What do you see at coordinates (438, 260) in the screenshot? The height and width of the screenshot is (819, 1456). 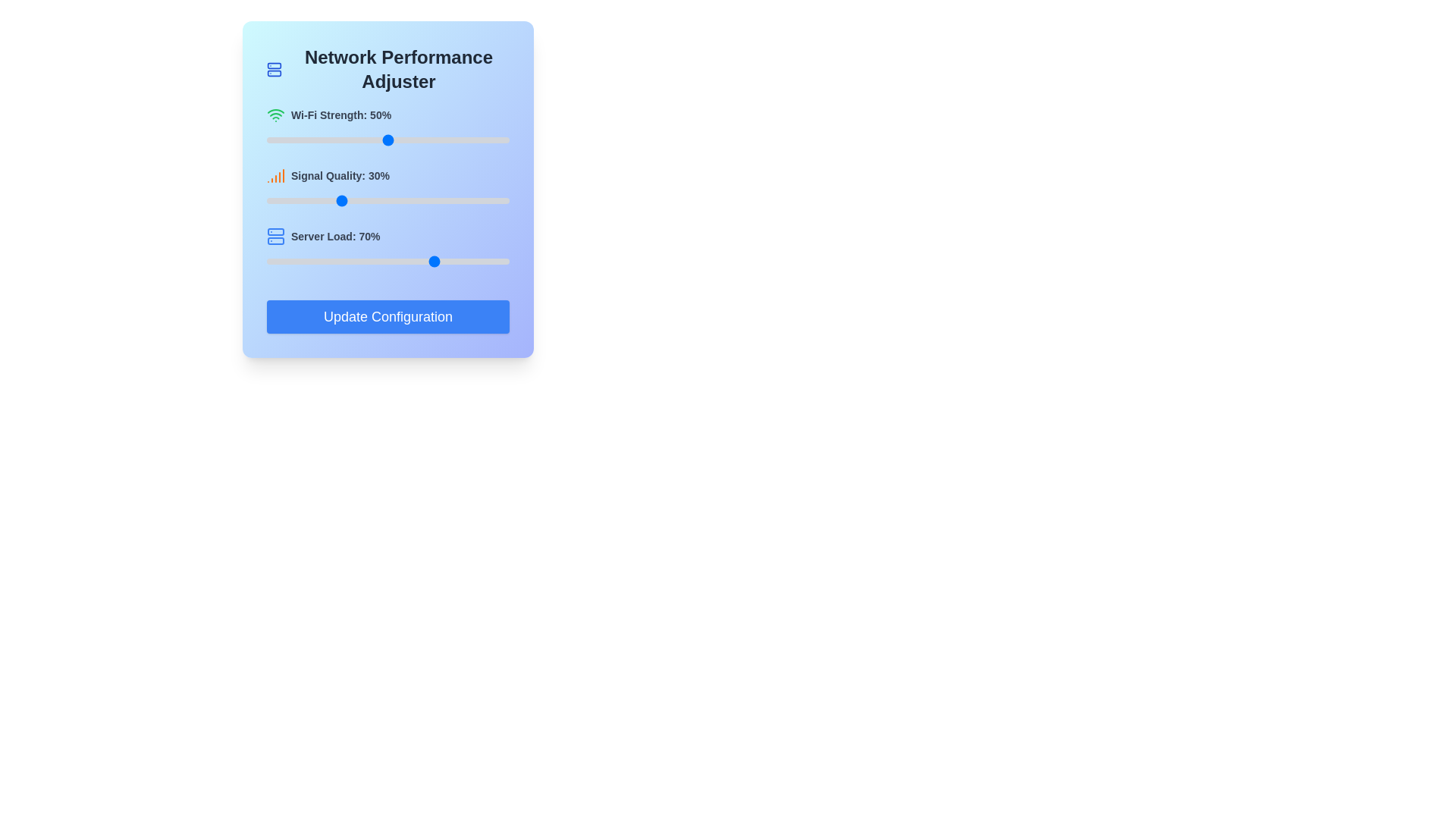 I see `the server load slider` at bounding box center [438, 260].